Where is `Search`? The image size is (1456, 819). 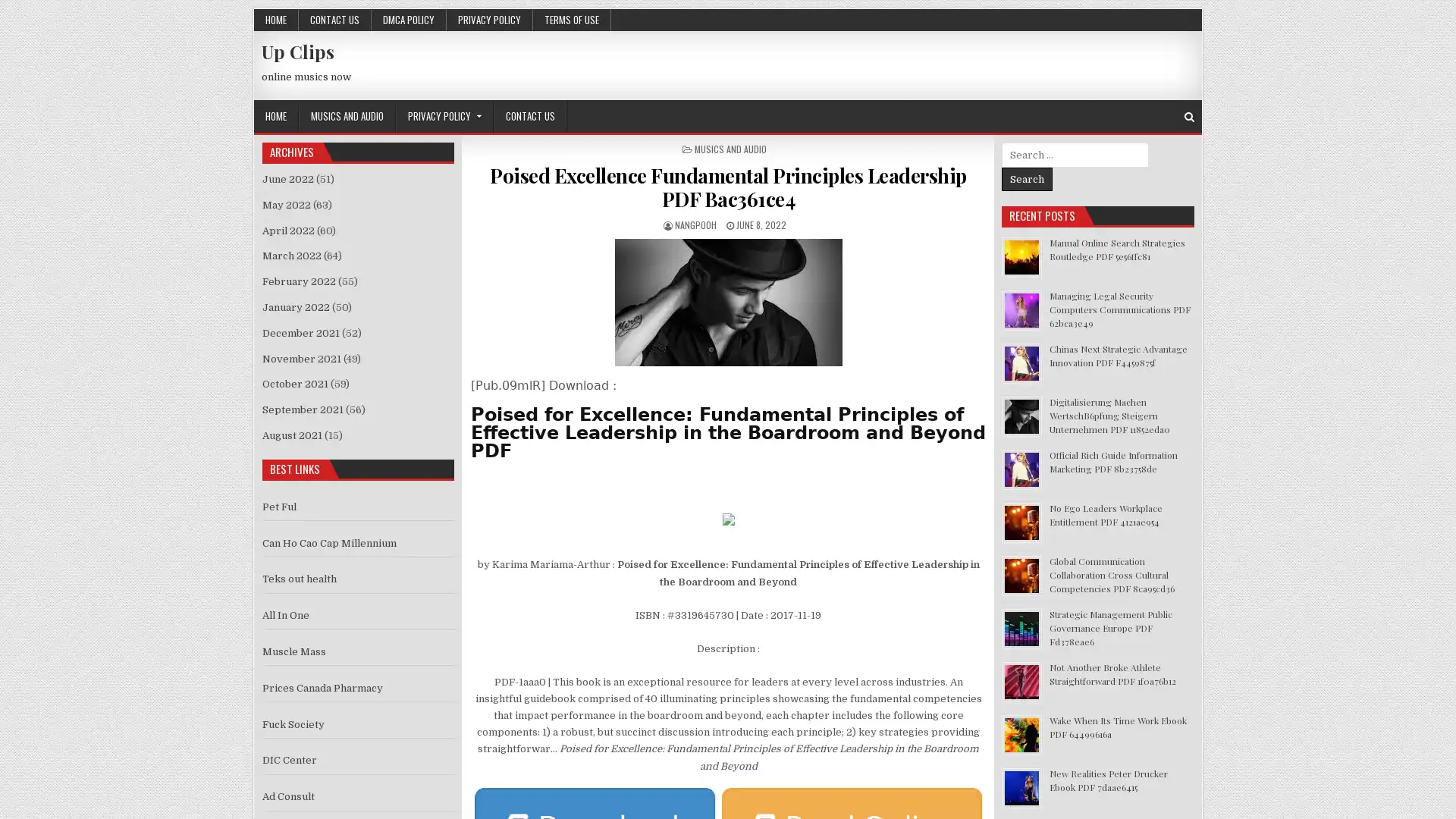
Search is located at coordinates (1027, 178).